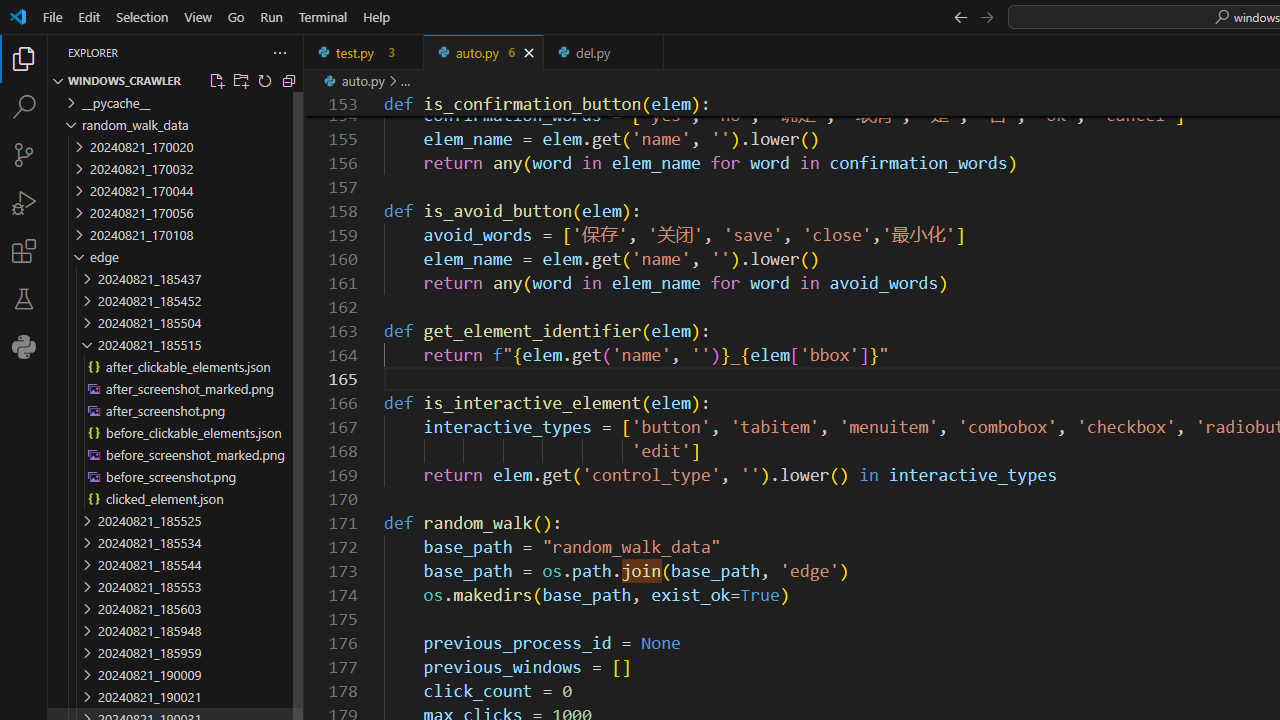 Image resolution: width=1280 pixels, height=720 pixels. I want to click on 'Python', so click(24, 346).